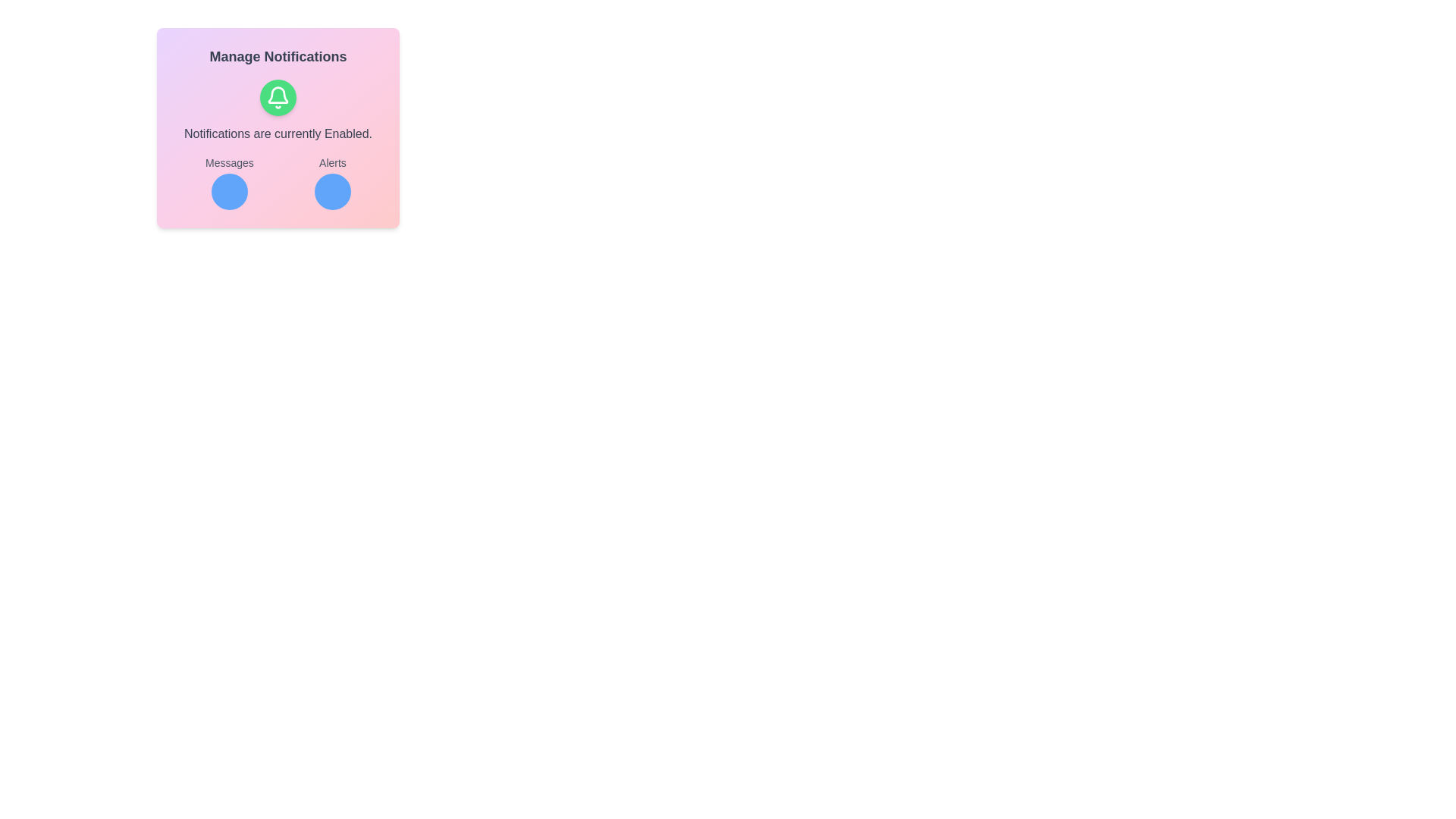 Image resolution: width=1456 pixels, height=819 pixels. What do you see at coordinates (278, 55) in the screenshot?
I see `the static text label displaying 'Manage Notifications', which is styled in bold with a large font size and gray color, located at the top-center of a card interface` at bounding box center [278, 55].